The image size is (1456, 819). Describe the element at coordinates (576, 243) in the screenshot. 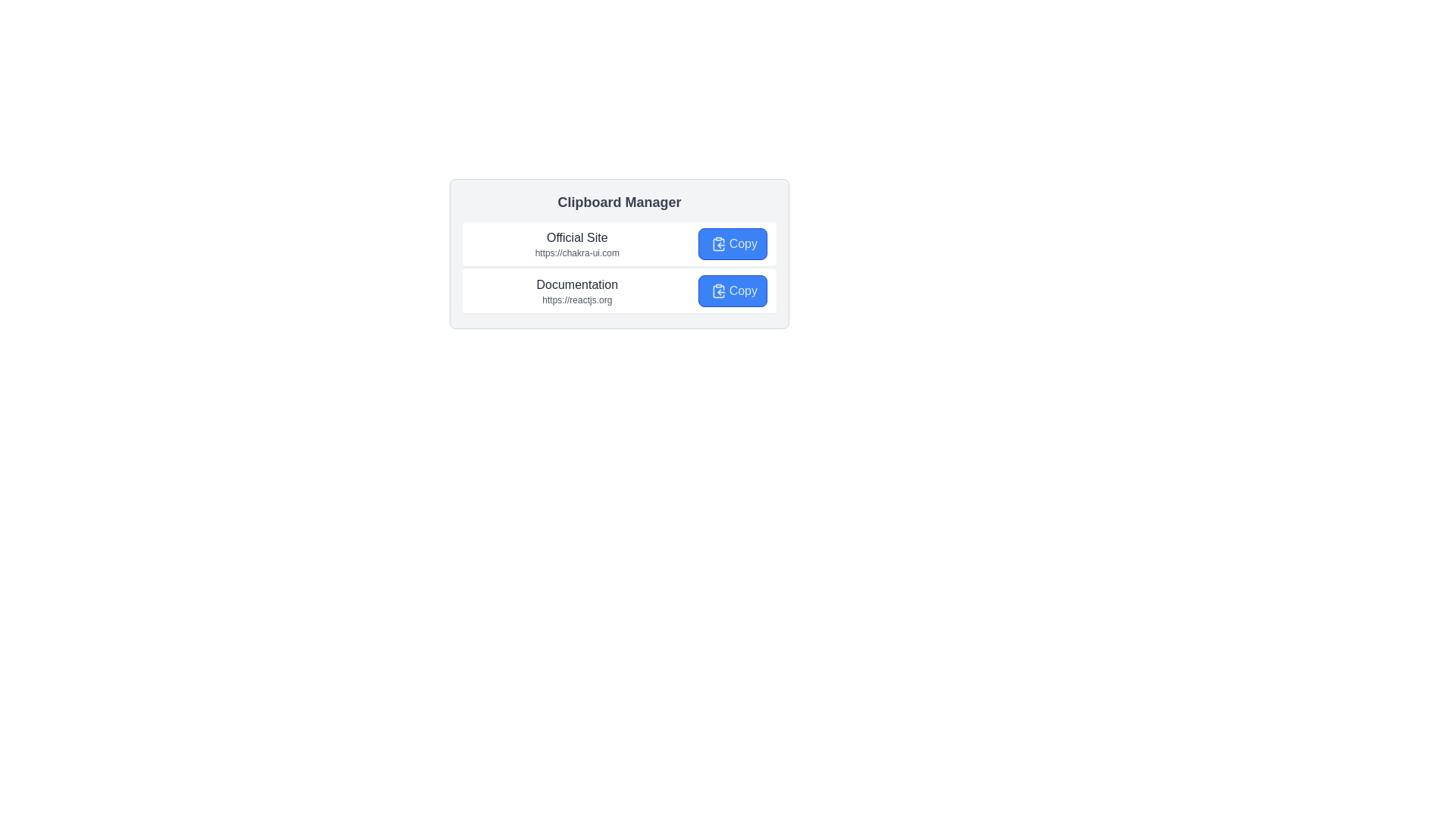

I see `static text display that shows the title and URL in the Clipboard Manager panel, located at the upper half of the panel` at that location.